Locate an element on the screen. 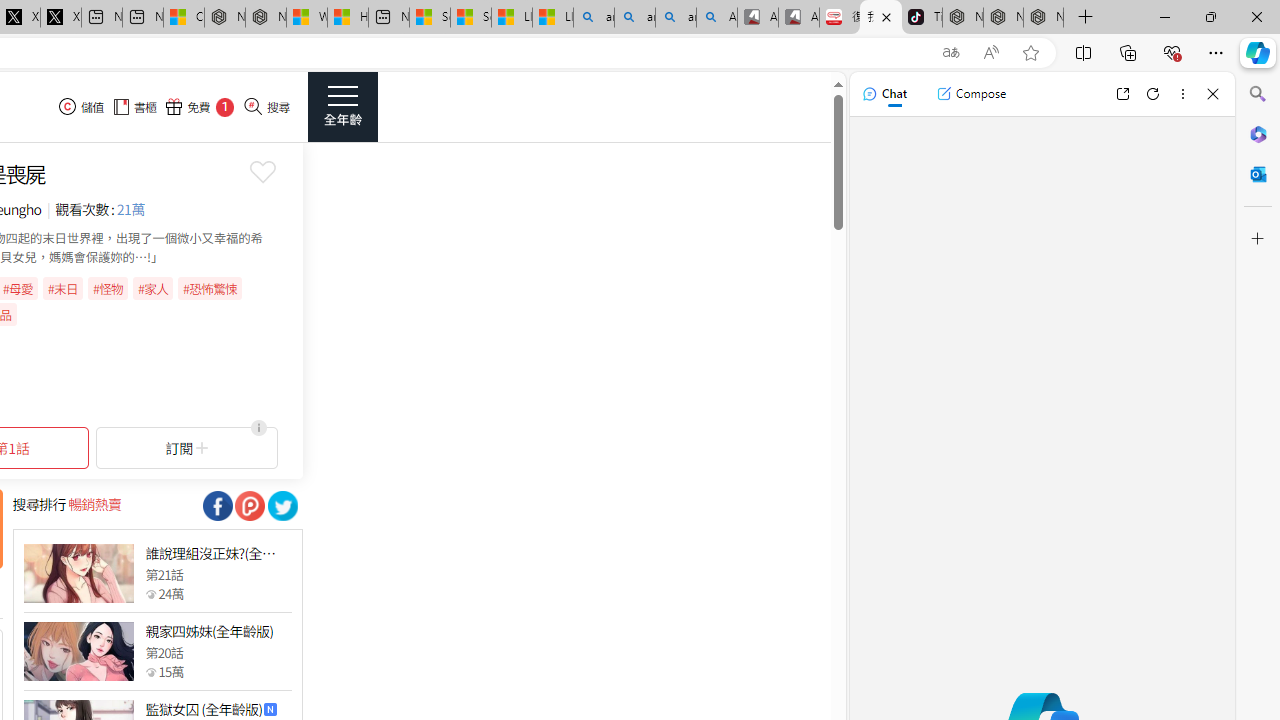 The height and width of the screenshot is (720, 1280). 'Chat' is located at coordinates (883, 93).